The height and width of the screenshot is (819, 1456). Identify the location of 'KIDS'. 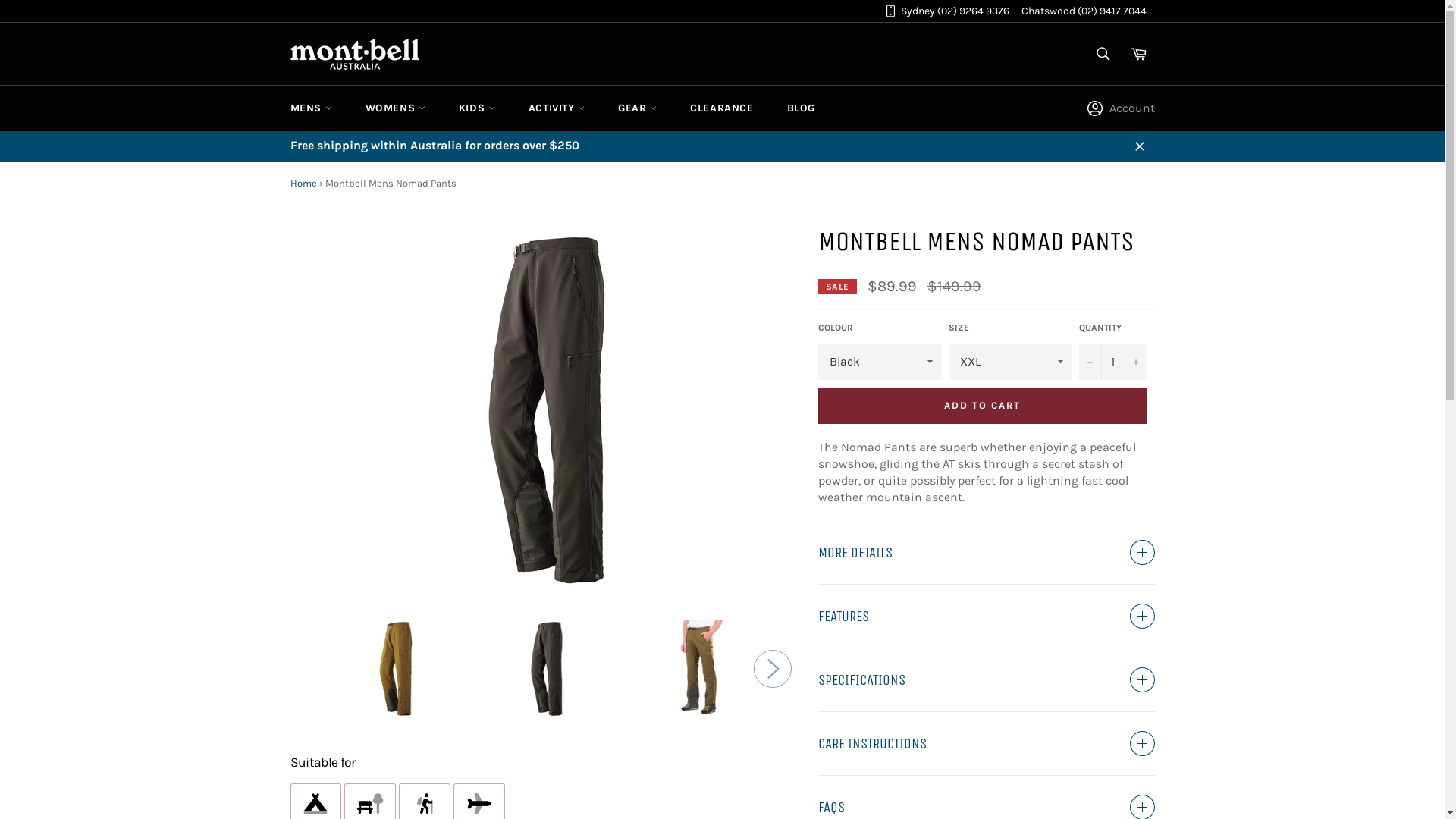
(443, 107).